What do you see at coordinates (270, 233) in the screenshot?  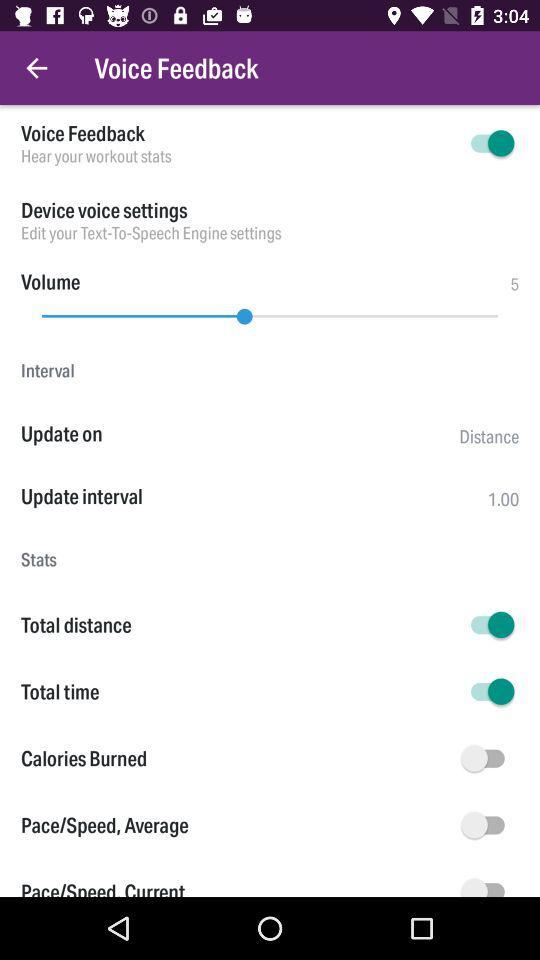 I see `the icon above the volume` at bounding box center [270, 233].